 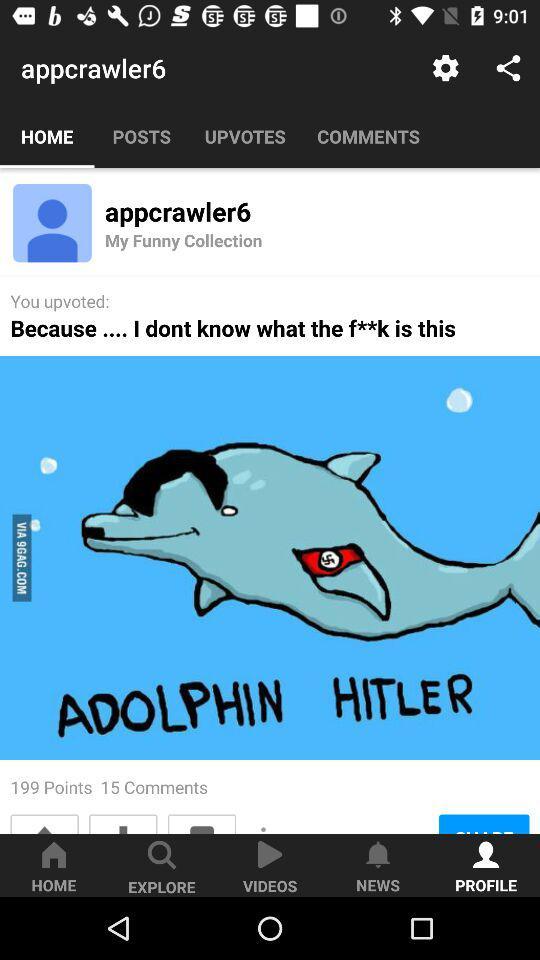 What do you see at coordinates (161, 853) in the screenshot?
I see `icon above explore` at bounding box center [161, 853].